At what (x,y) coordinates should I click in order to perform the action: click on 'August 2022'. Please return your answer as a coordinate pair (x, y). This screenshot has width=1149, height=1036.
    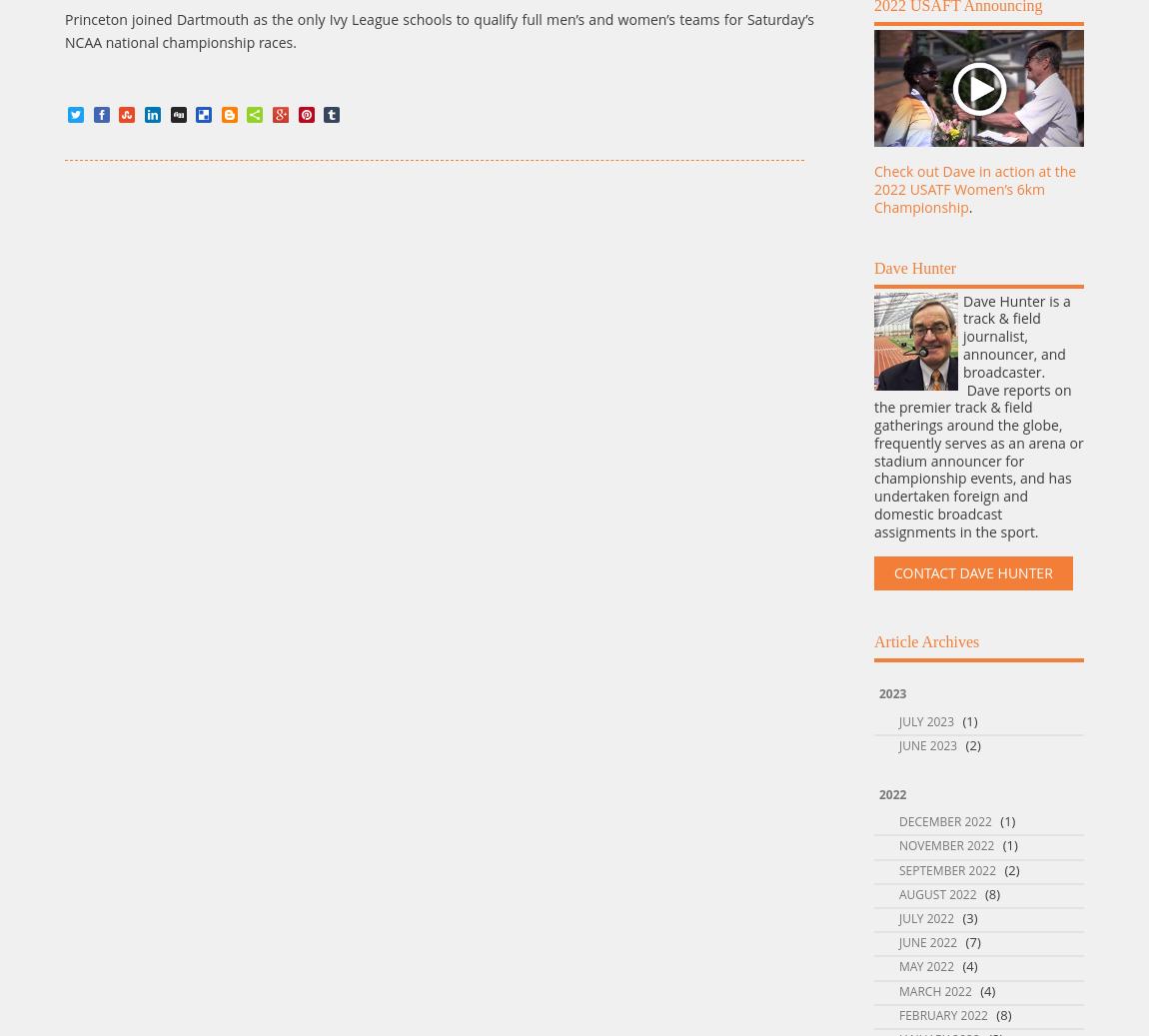
    Looking at the image, I should click on (937, 893).